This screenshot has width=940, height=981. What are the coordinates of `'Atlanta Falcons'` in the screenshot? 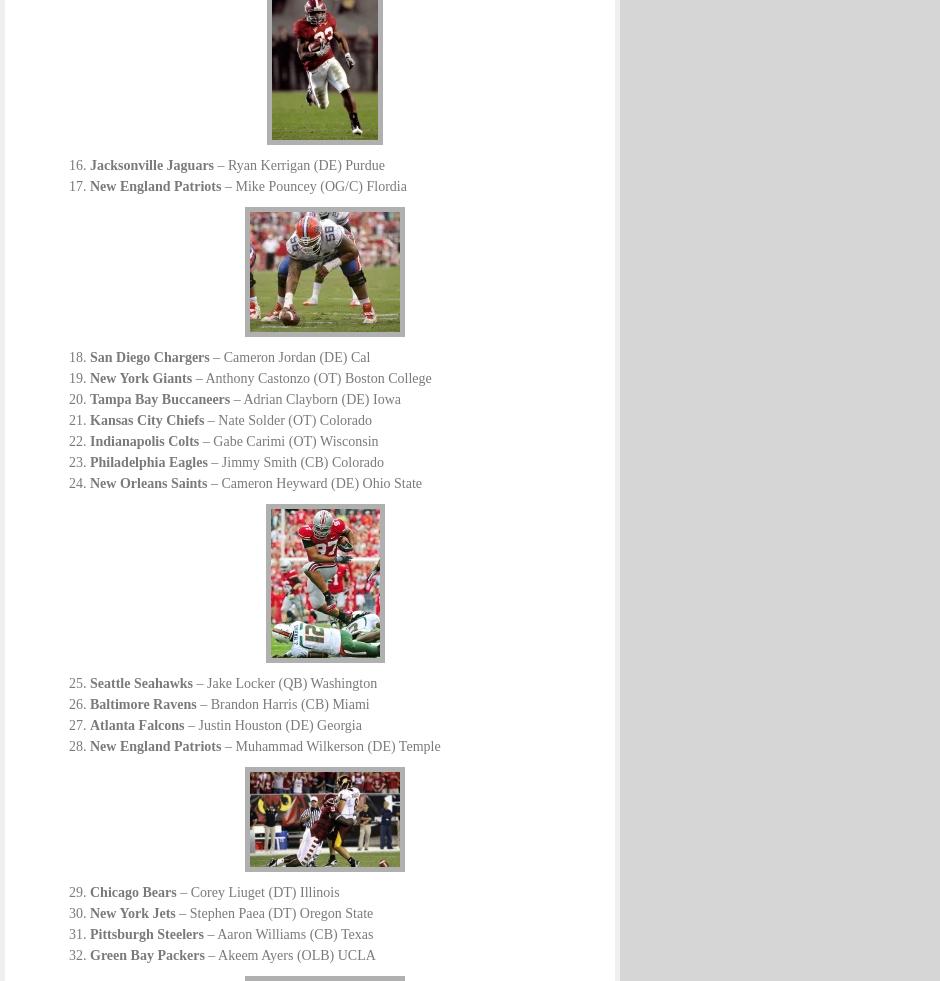 It's located at (135, 725).